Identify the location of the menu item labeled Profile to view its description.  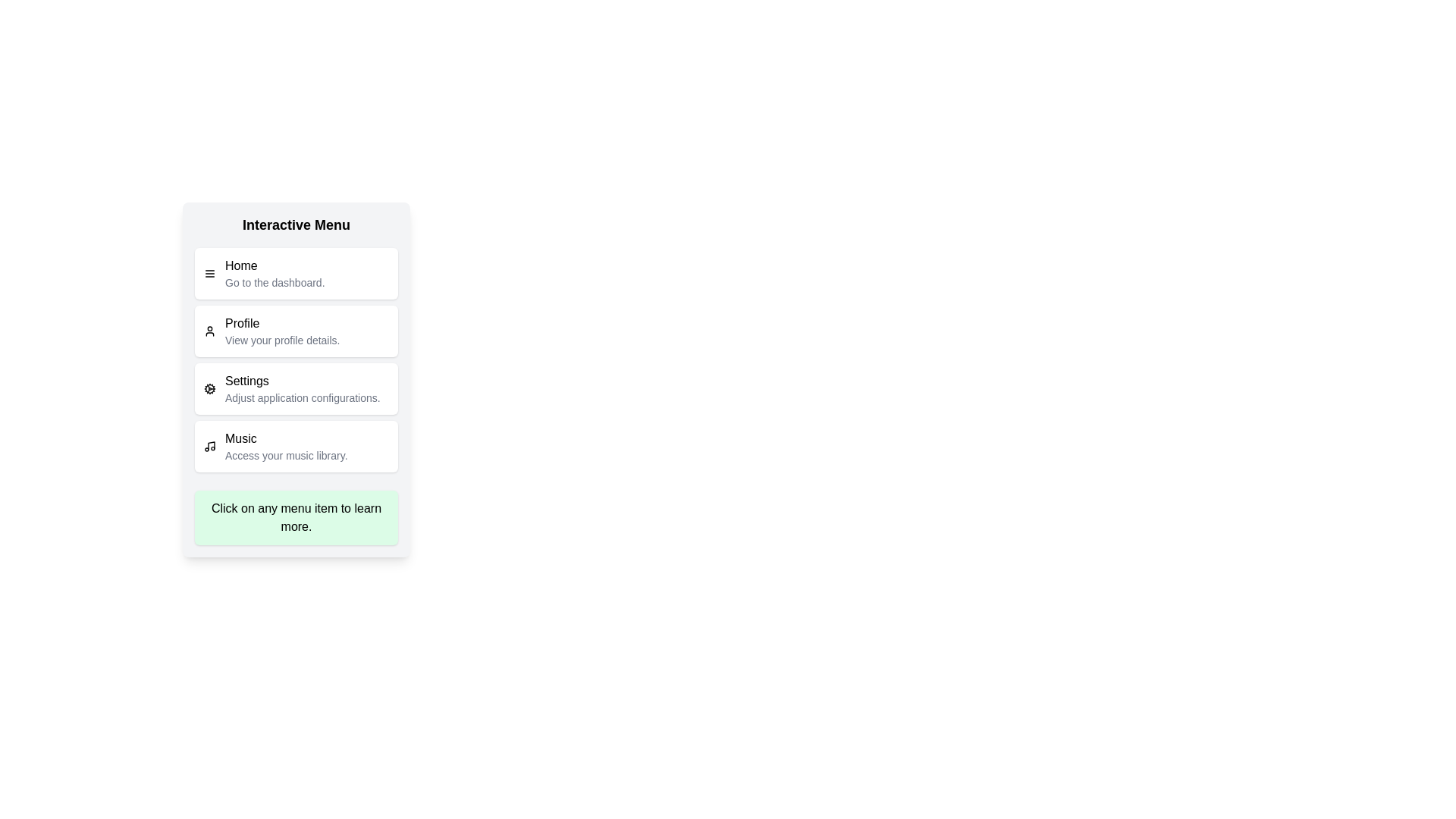
(296, 330).